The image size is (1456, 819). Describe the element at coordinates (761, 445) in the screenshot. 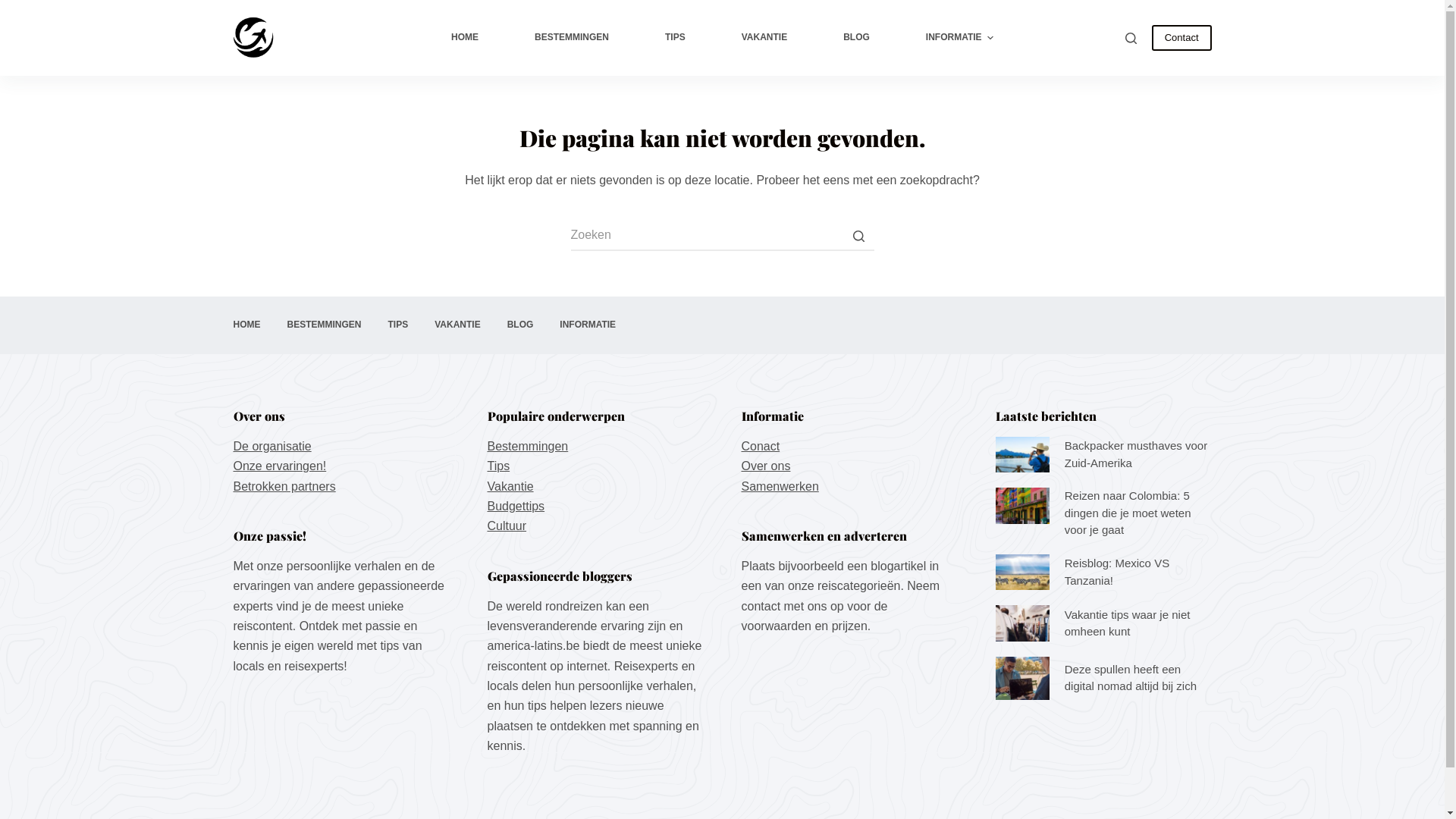

I see `'Conact'` at that location.